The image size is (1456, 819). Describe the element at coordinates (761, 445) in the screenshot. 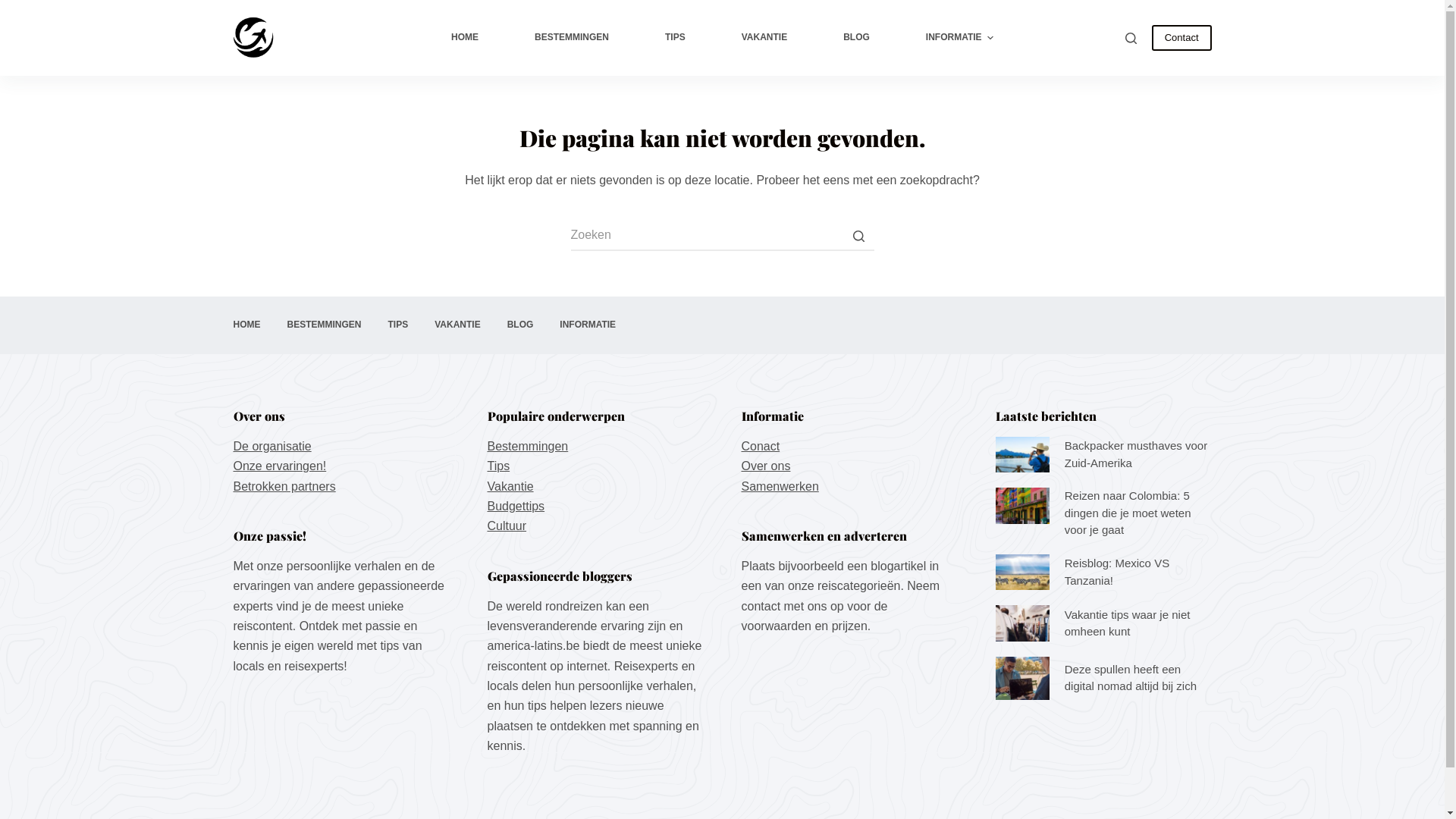

I see `'Conact'` at that location.